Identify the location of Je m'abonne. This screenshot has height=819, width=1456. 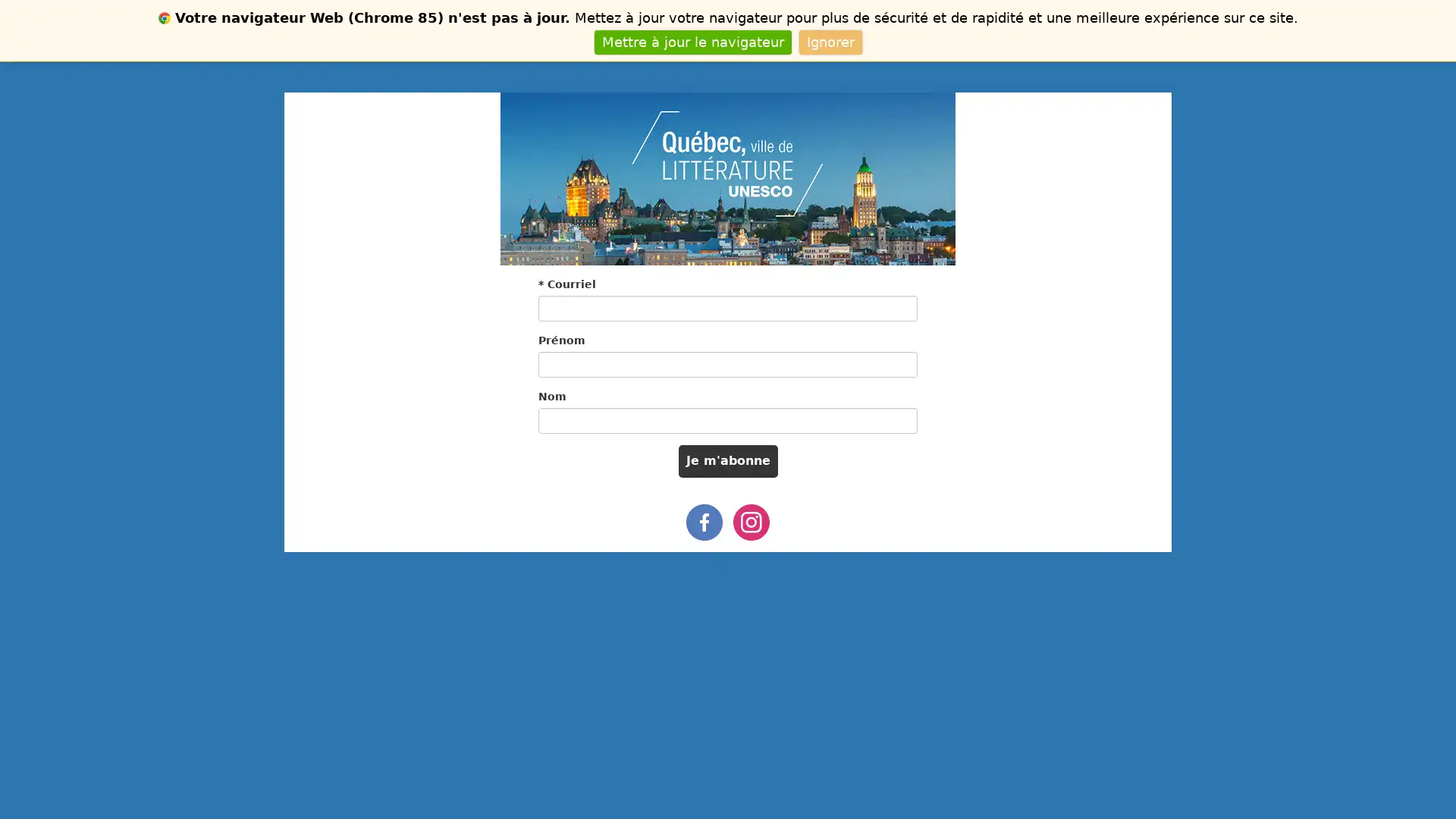
(726, 460).